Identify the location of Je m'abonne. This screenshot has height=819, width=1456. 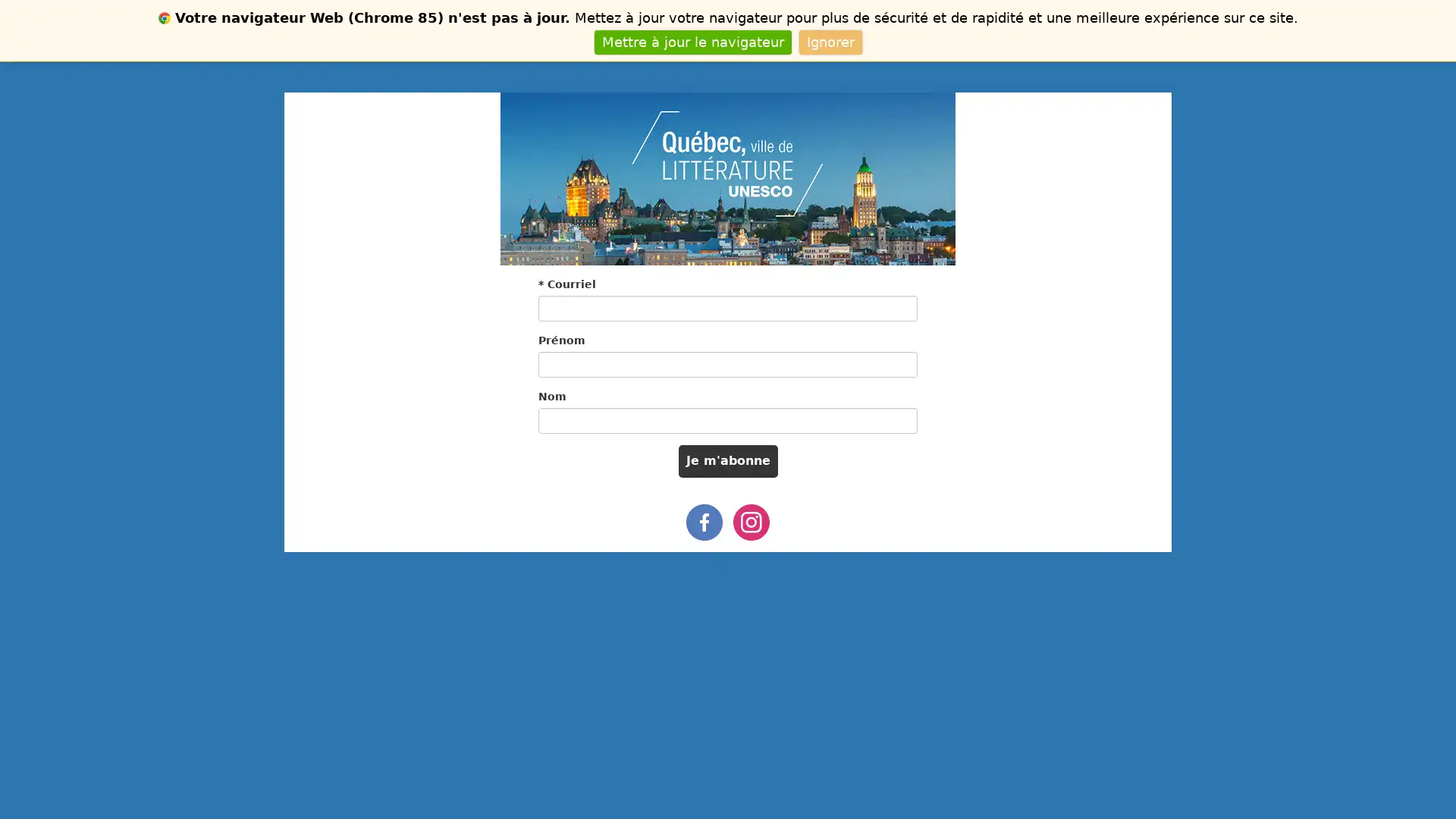
(726, 460).